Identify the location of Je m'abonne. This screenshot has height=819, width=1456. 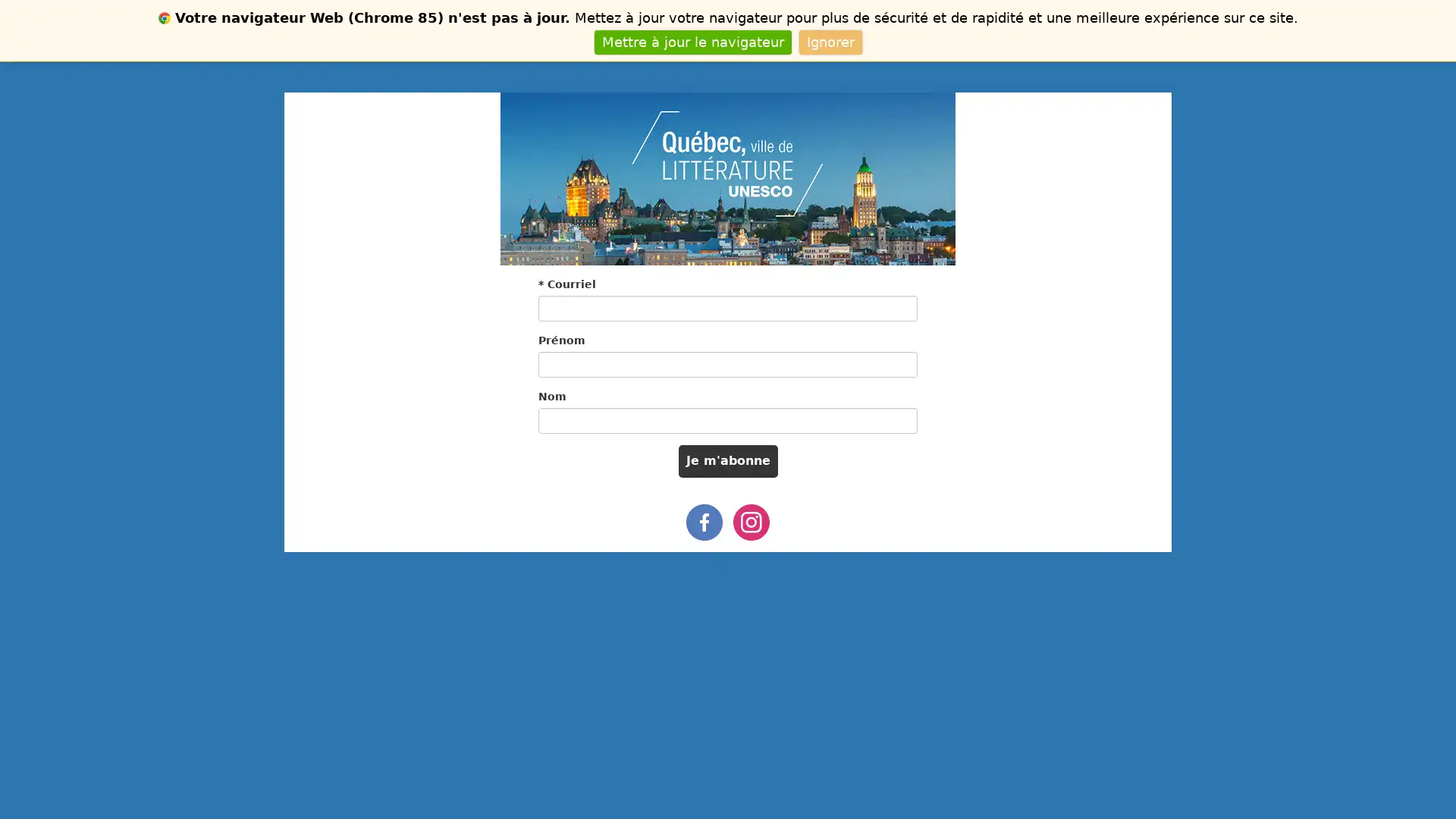
(726, 460).